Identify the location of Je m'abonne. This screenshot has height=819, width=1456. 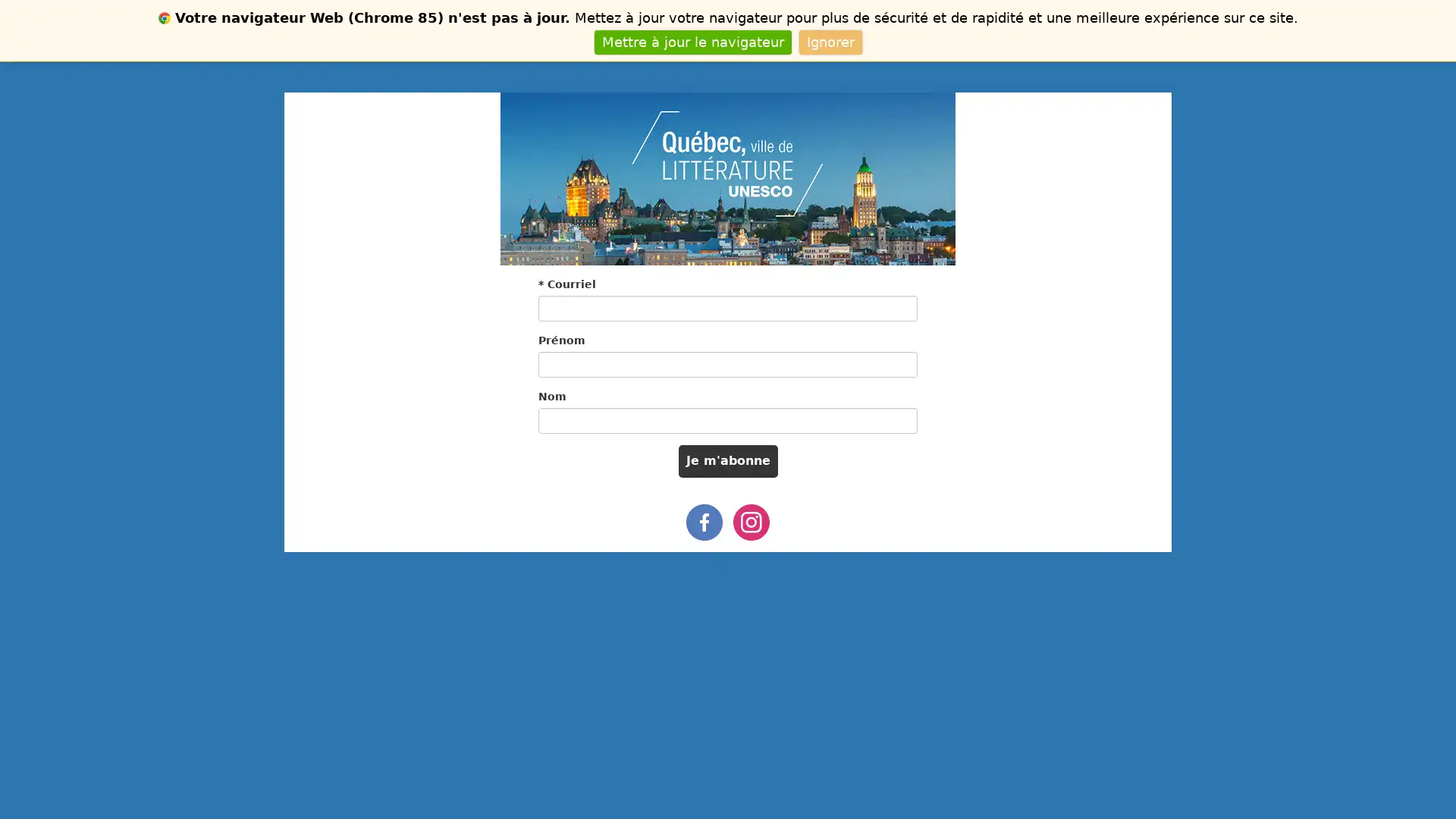
(726, 460).